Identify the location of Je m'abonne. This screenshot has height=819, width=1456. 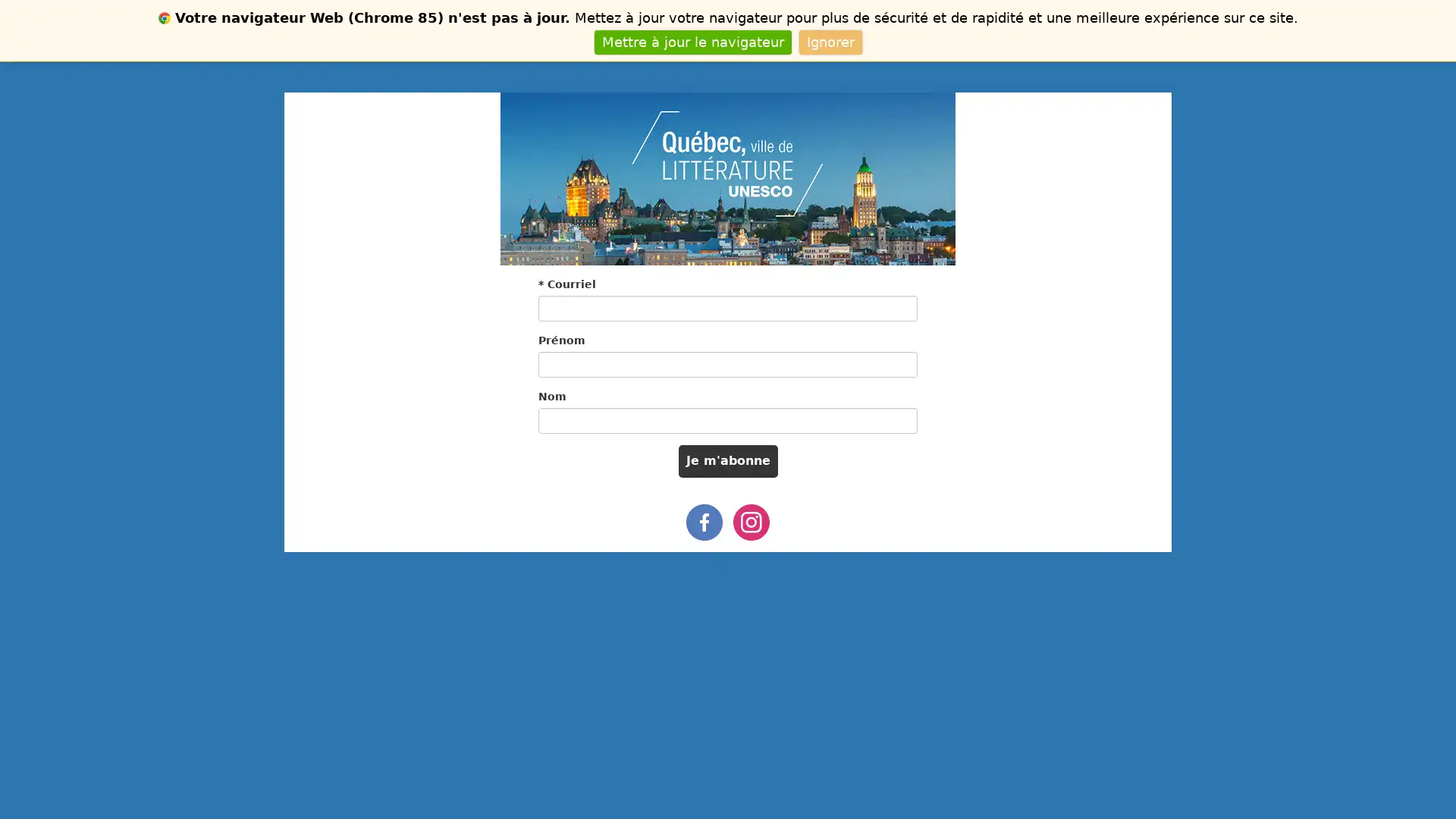
(726, 460).